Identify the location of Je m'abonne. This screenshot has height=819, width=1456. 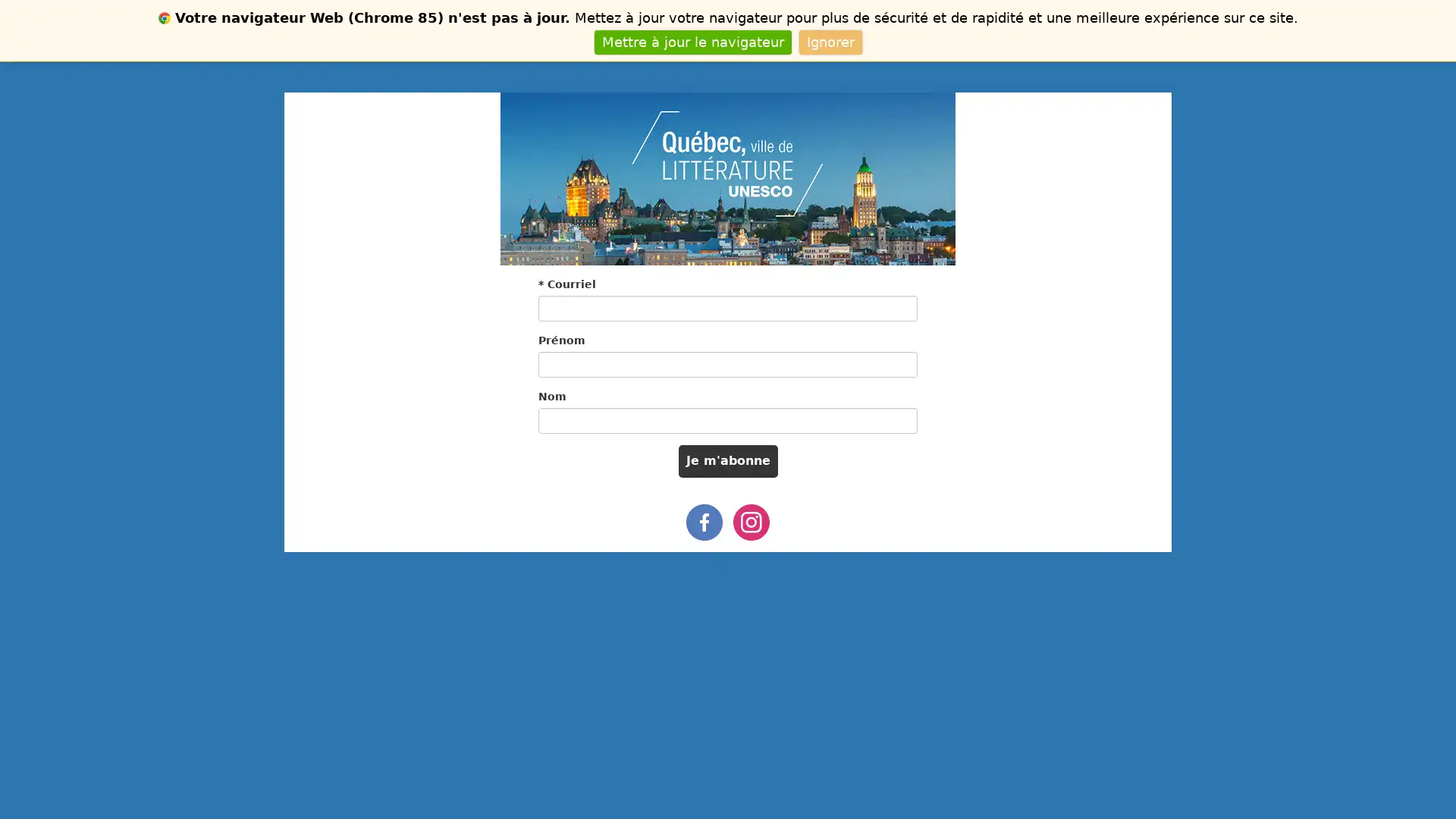
(726, 460).